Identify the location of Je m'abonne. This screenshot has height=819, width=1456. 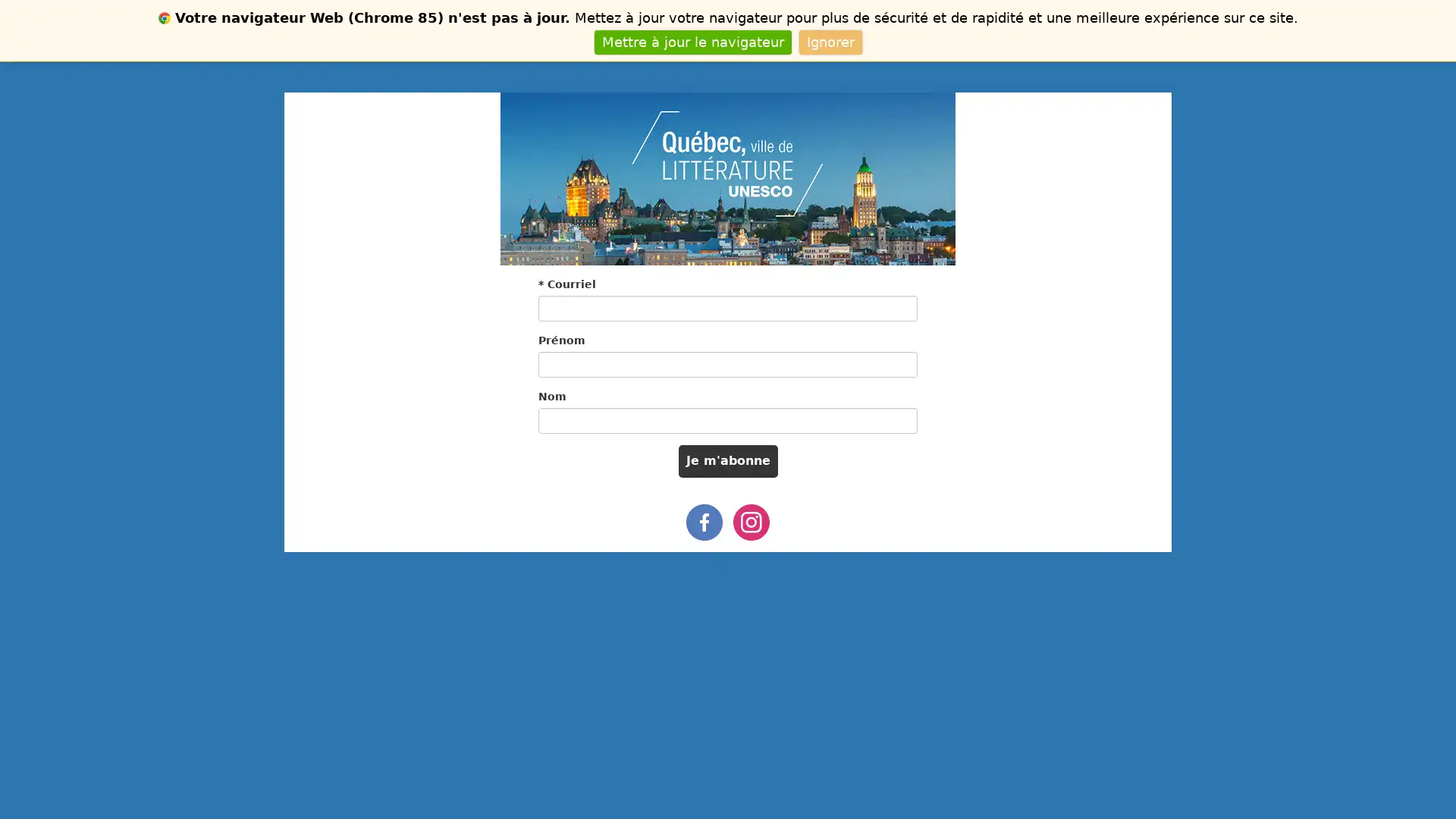
(726, 460).